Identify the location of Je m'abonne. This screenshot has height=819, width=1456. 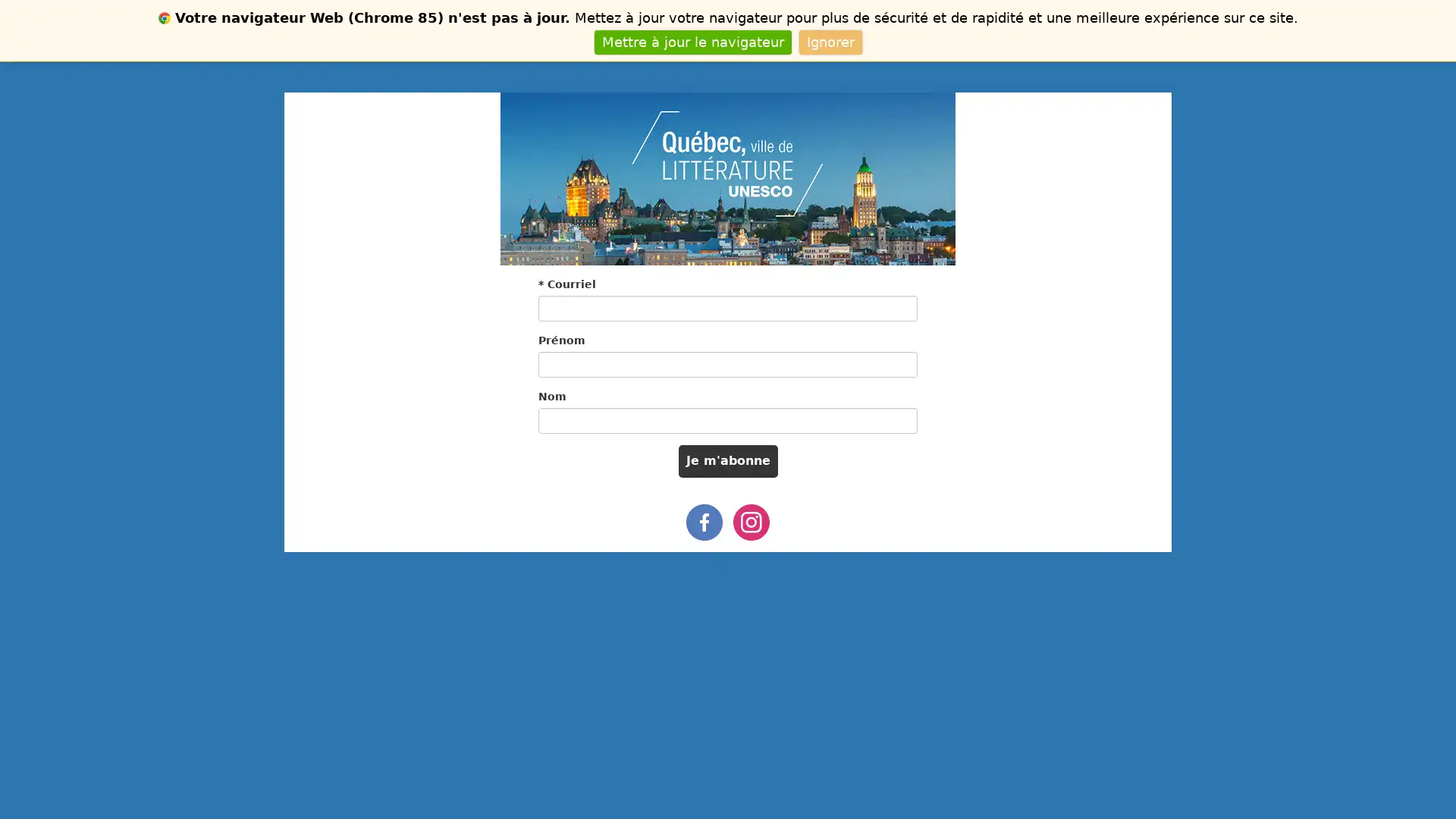
(726, 460).